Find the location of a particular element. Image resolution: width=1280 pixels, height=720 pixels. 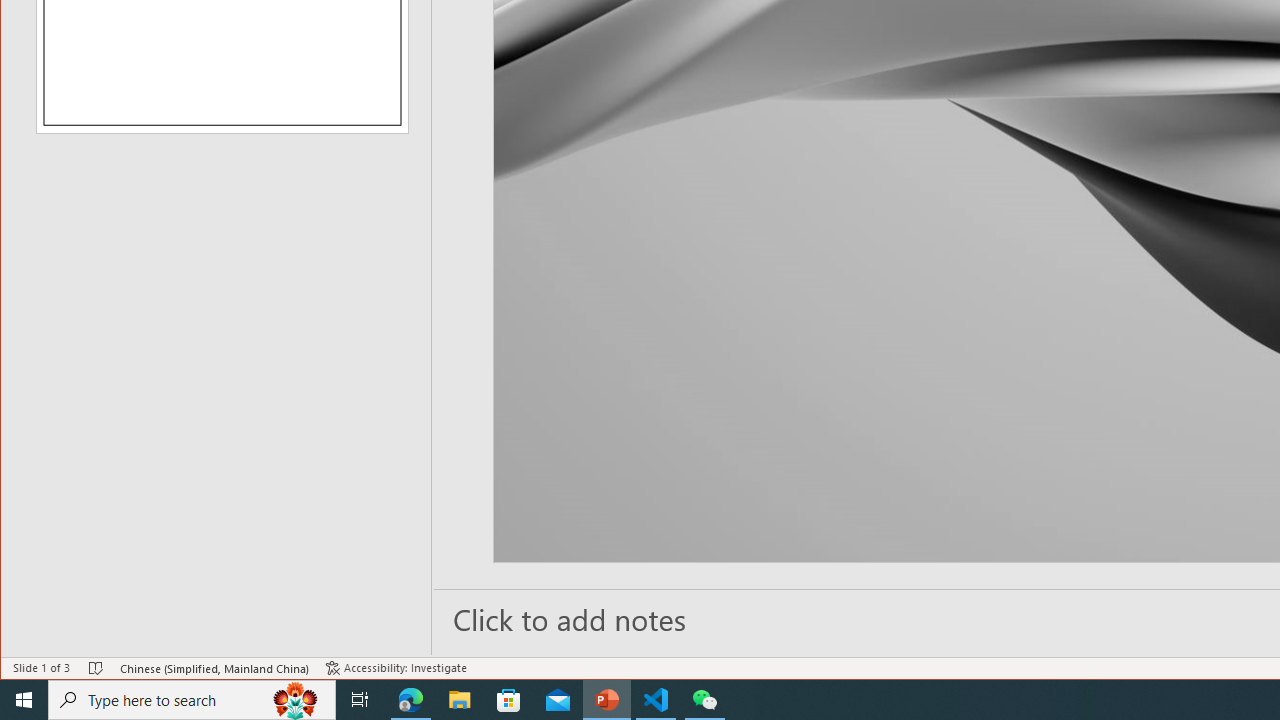

'PowerPoint - 1 running window' is located at coordinates (606, 698).